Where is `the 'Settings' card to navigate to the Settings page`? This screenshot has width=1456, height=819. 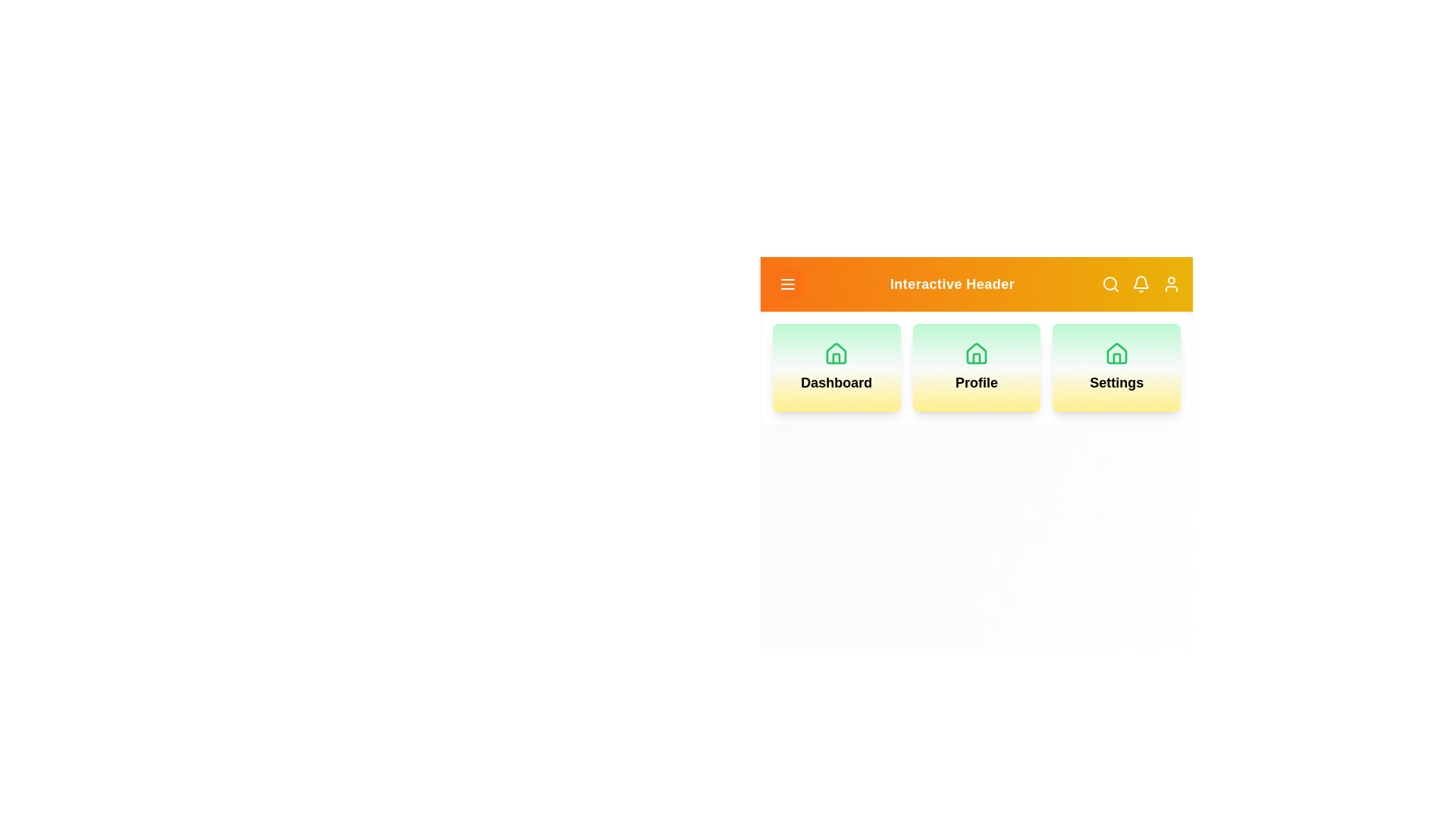
the 'Settings' card to navigate to the Settings page is located at coordinates (1116, 368).